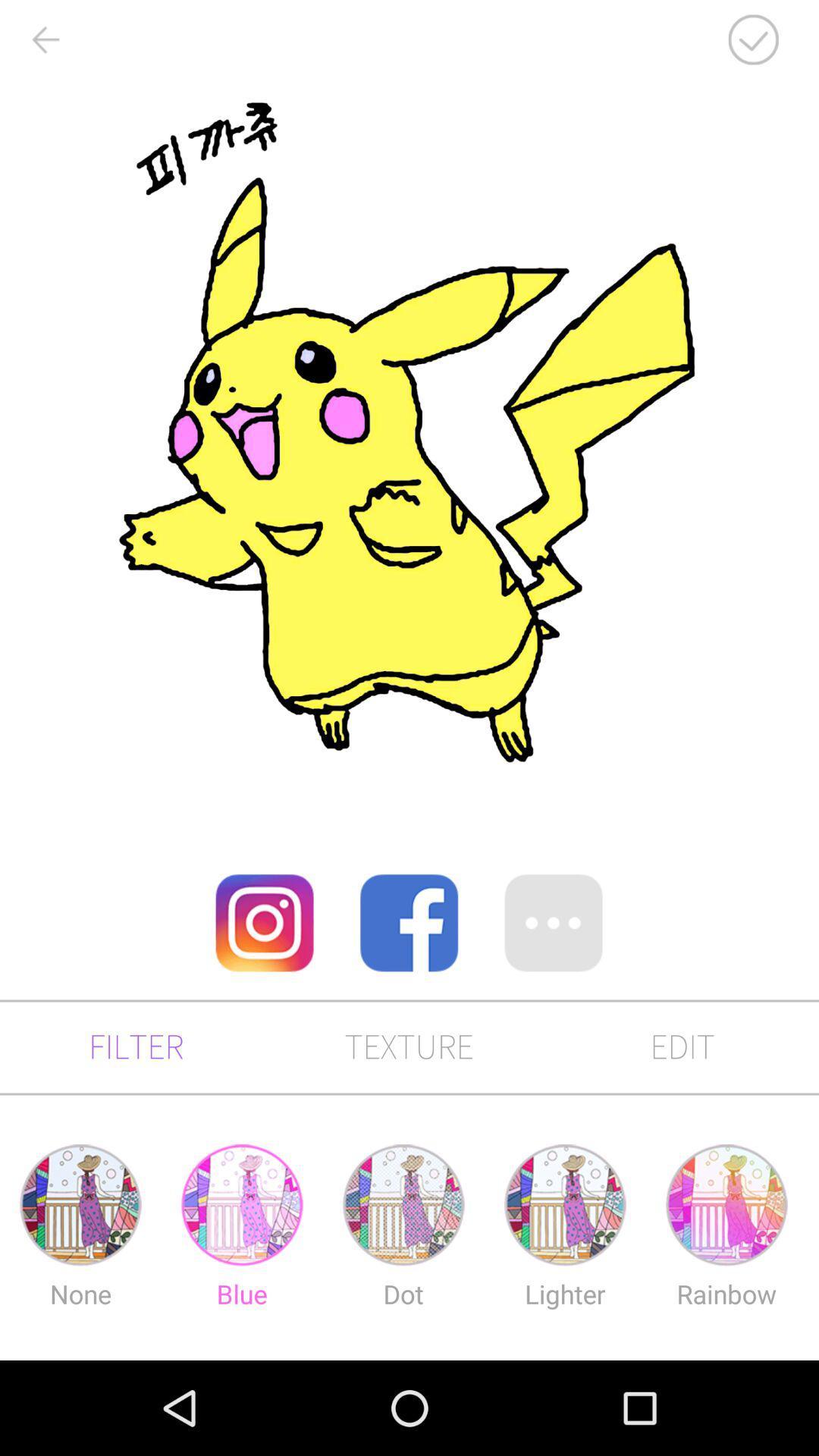  I want to click on item on the right, so click(554, 922).